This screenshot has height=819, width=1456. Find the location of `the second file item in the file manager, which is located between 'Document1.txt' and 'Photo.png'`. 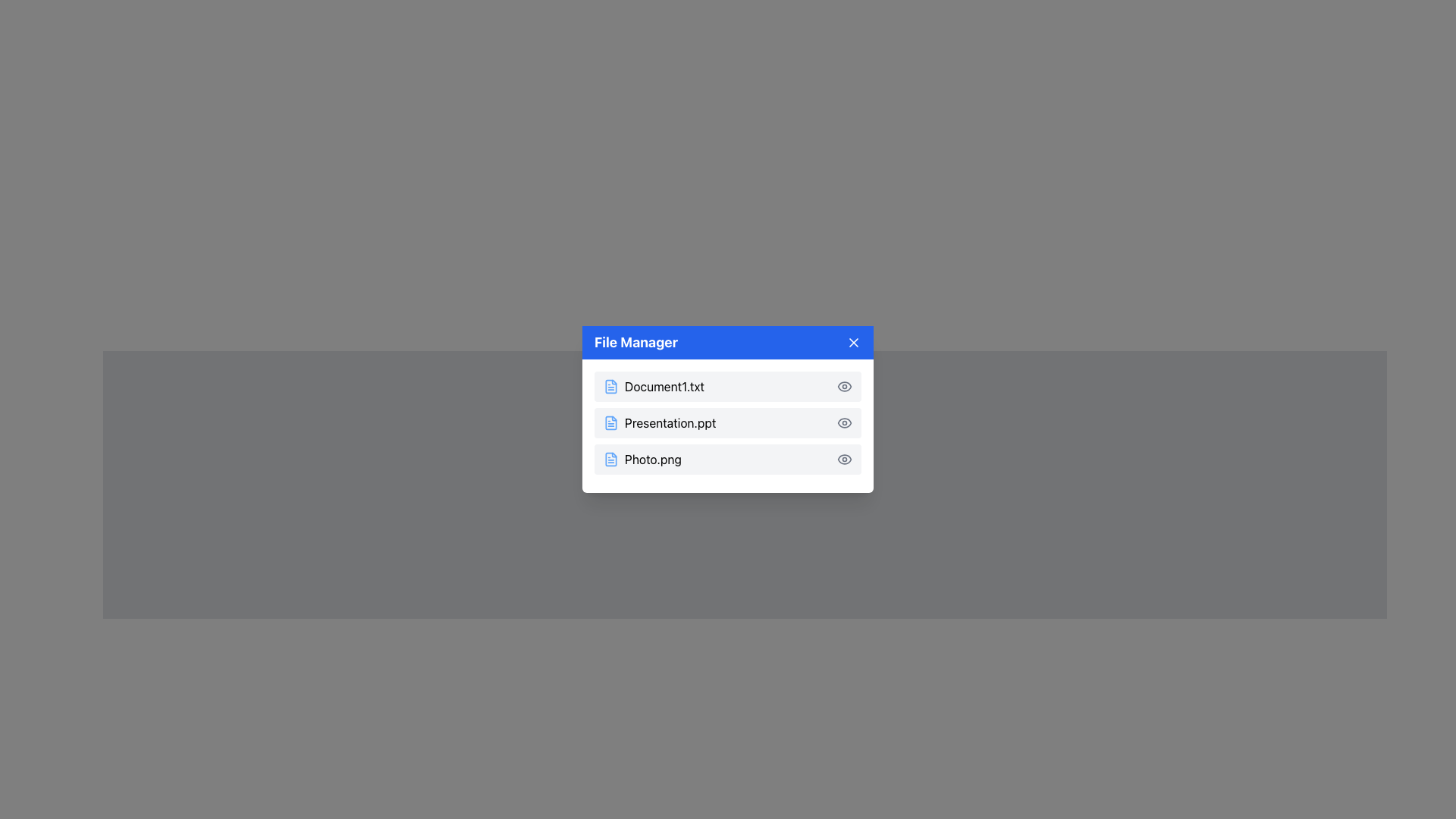

the second file item in the file manager, which is located between 'Document1.txt' and 'Photo.png' is located at coordinates (728, 426).